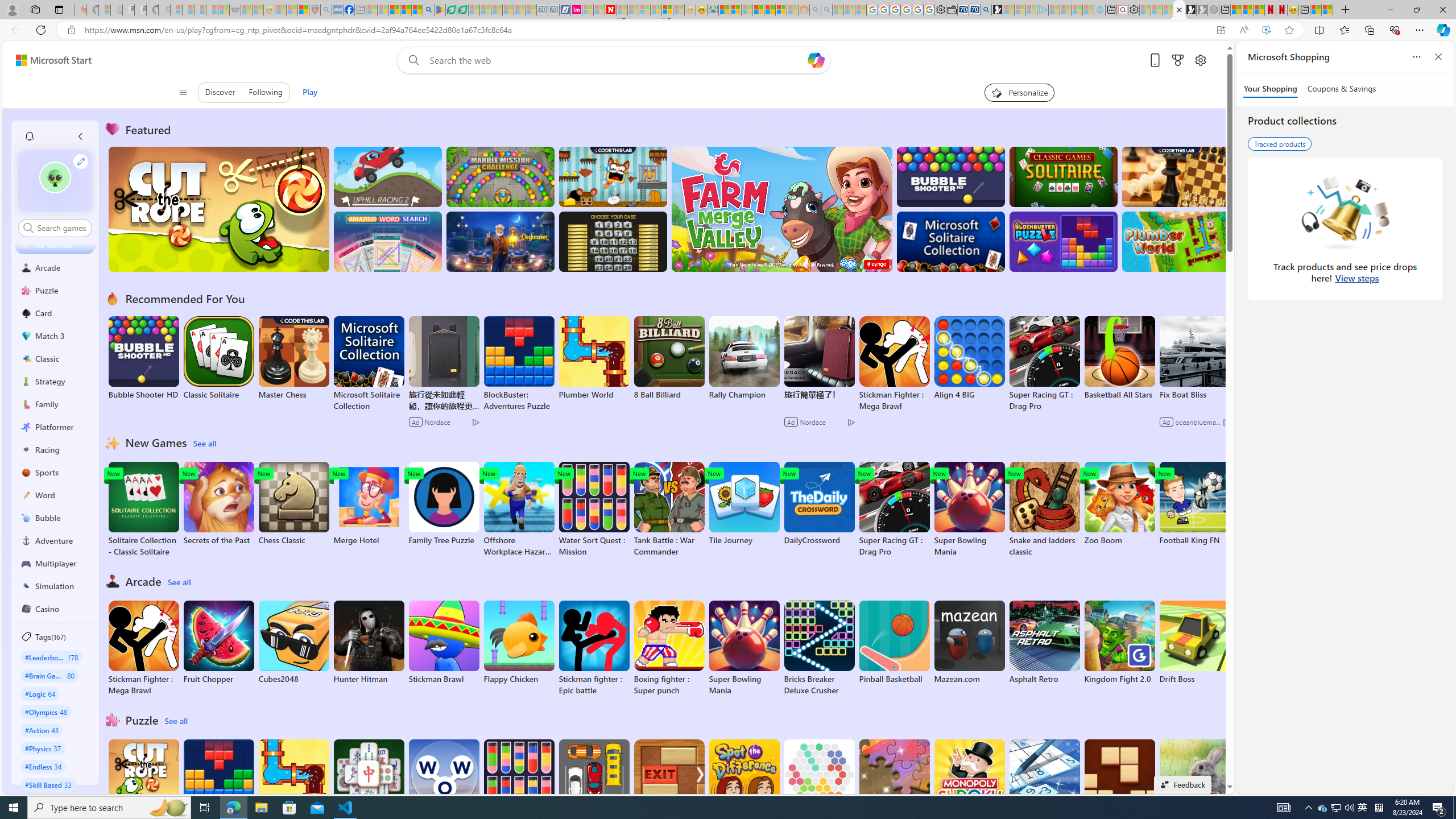 This screenshot has width=1456, height=819. Describe the element at coordinates (1119, 503) in the screenshot. I see `'Zoo Boom'` at that location.